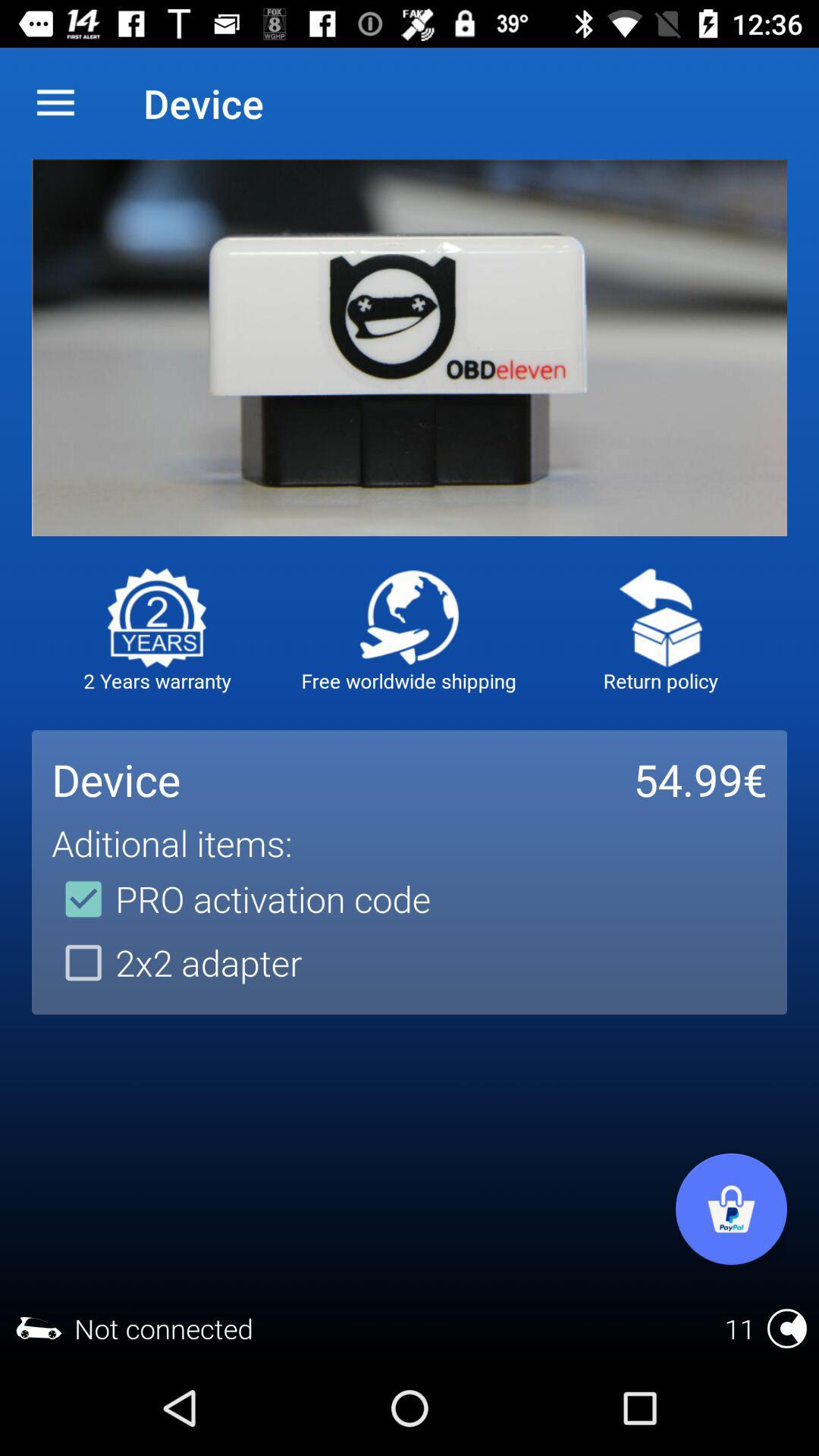 This screenshot has width=819, height=1456. Describe the element at coordinates (55, 102) in the screenshot. I see `item next to the device item` at that location.